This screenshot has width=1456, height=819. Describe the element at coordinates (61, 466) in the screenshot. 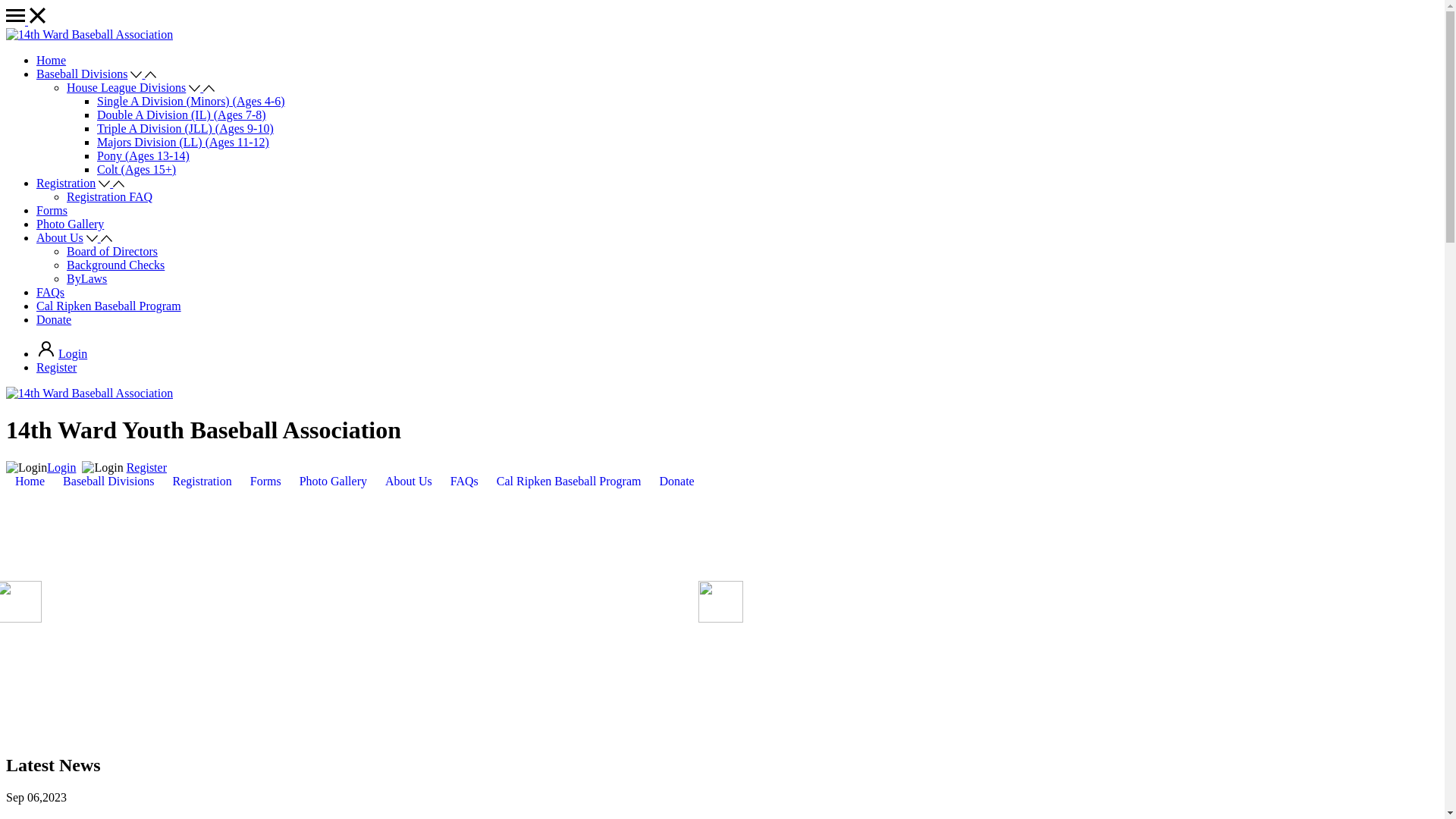

I see `'Login'` at that location.